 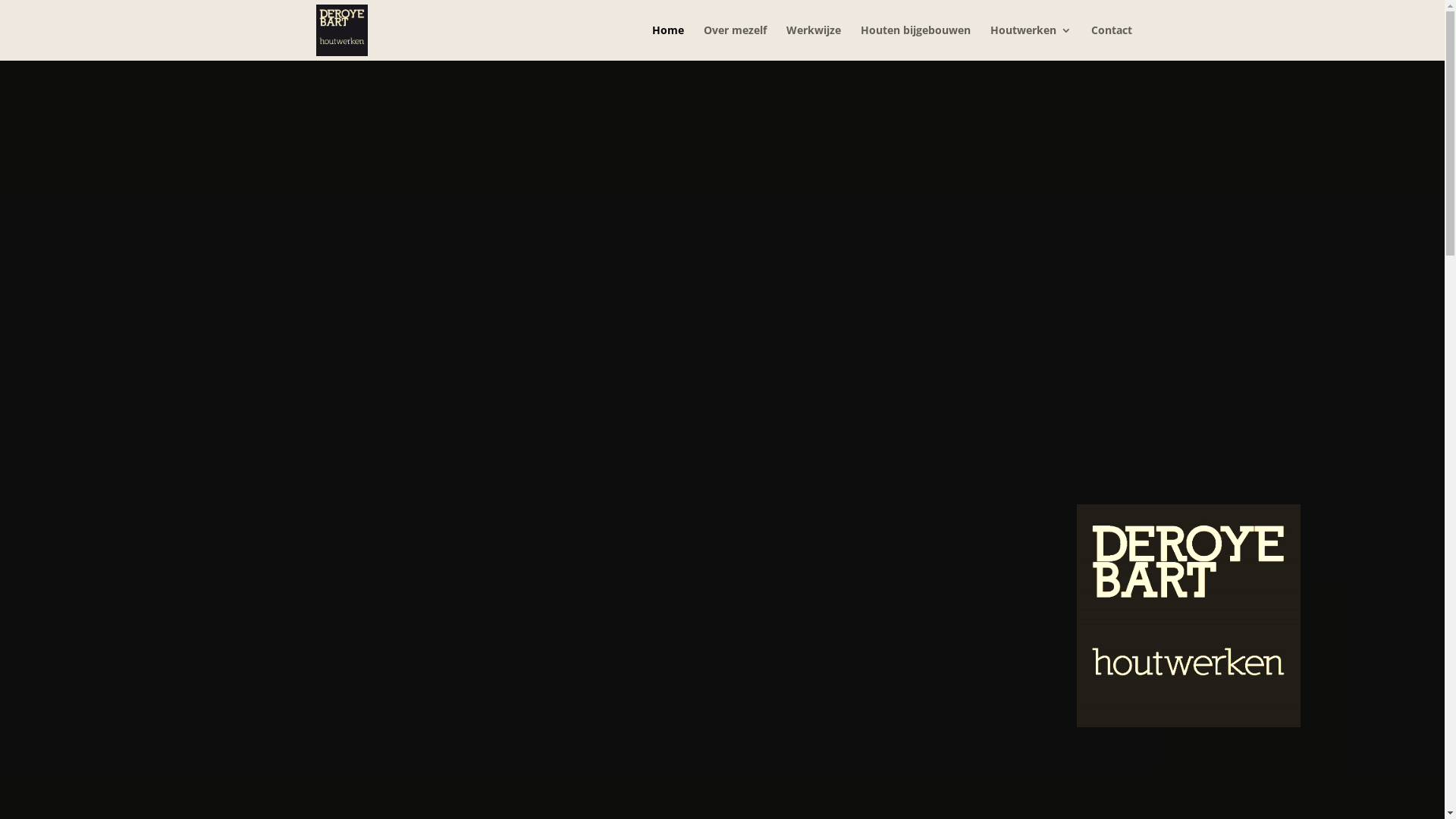 I want to click on 'Werkwijze', so click(x=786, y=42).